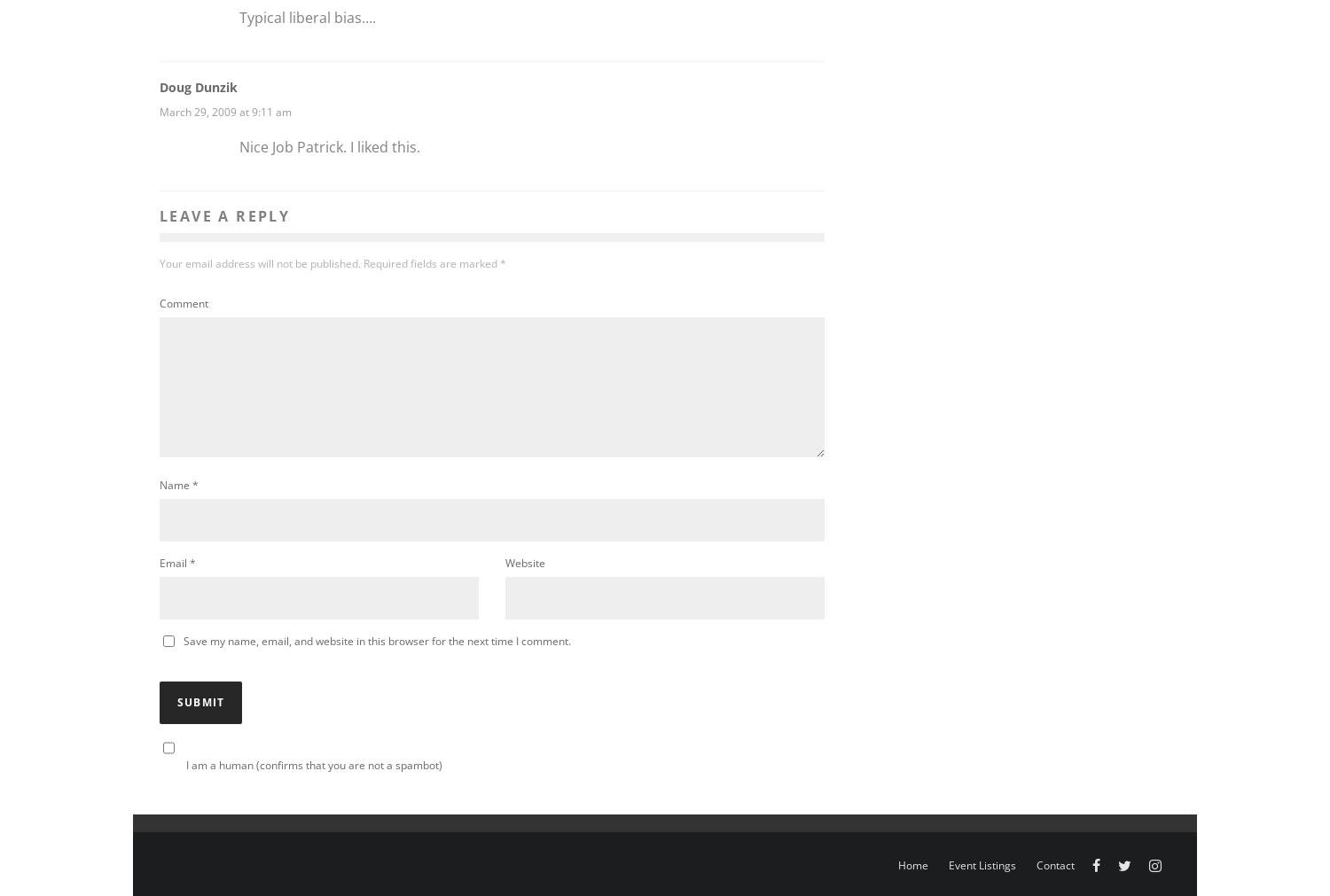  Describe the element at coordinates (183, 301) in the screenshot. I see `'Comment'` at that location.